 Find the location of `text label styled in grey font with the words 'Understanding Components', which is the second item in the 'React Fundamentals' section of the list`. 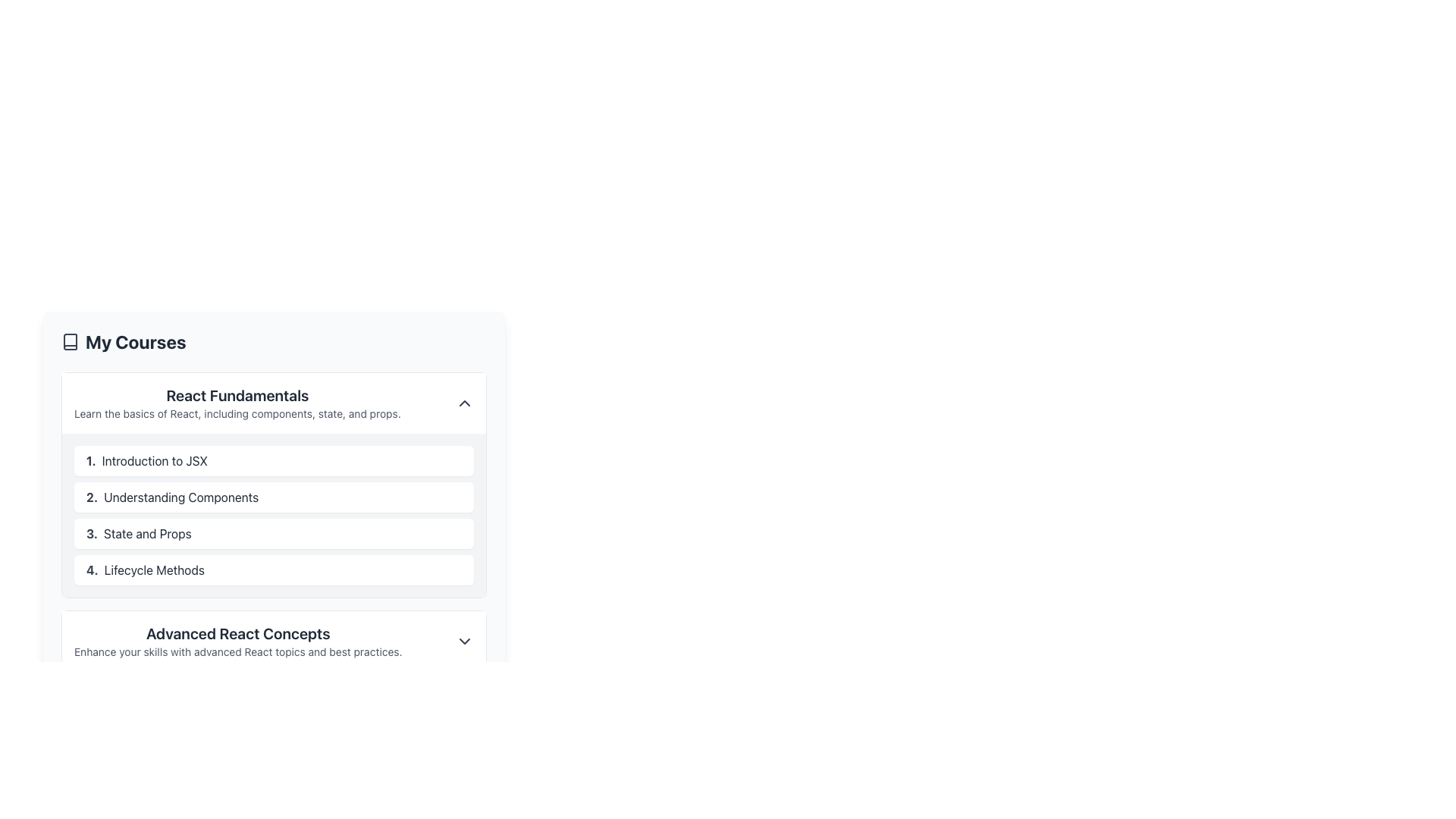

text label styled in grey font with the words 'Understanding Components', which is the second item in the 'React Fundamentals' section of the list is located at coordinates (181, 497).